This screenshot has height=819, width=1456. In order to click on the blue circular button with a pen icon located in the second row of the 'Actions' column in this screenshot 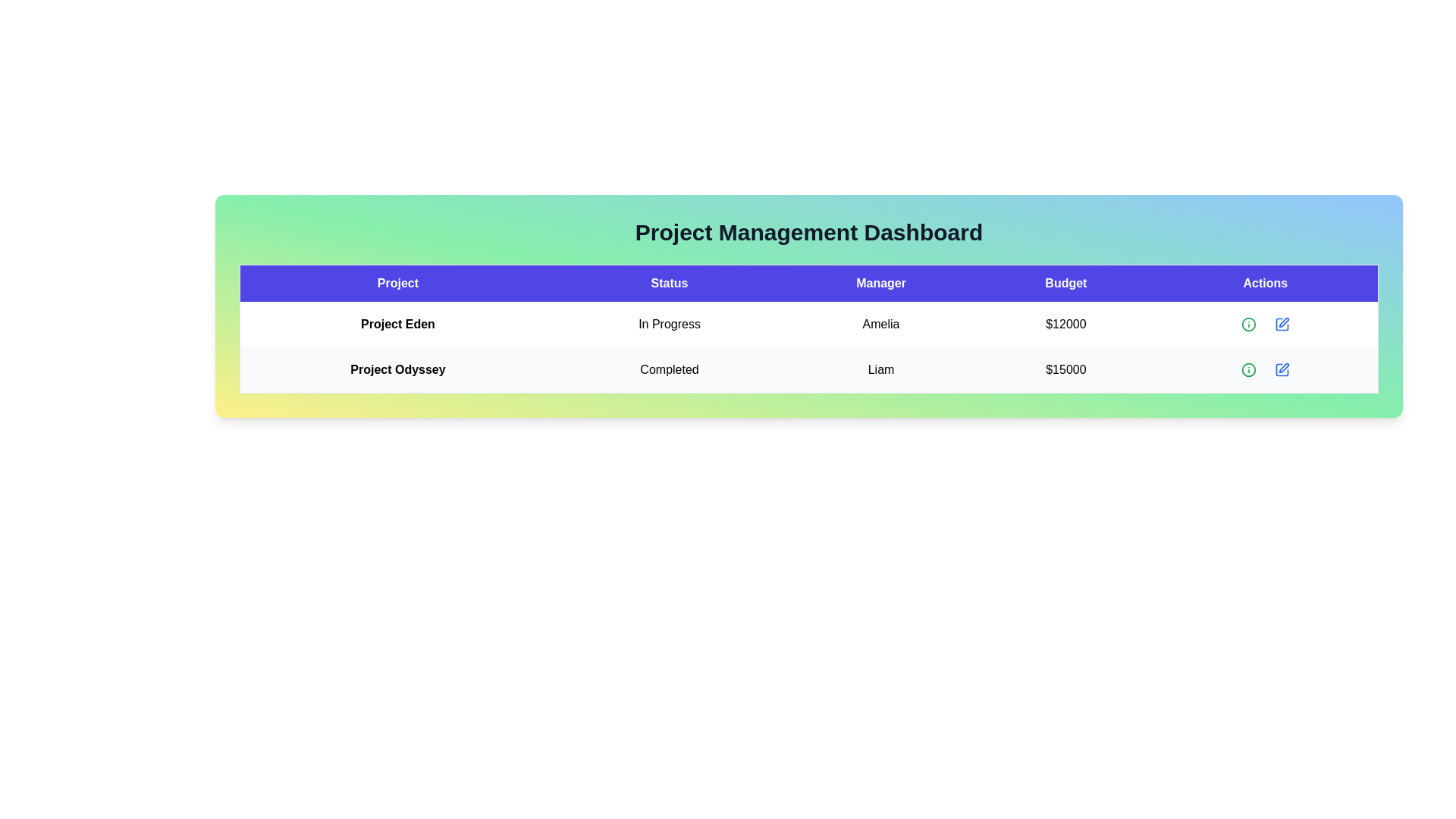, I will do `click(1281, 370)`.